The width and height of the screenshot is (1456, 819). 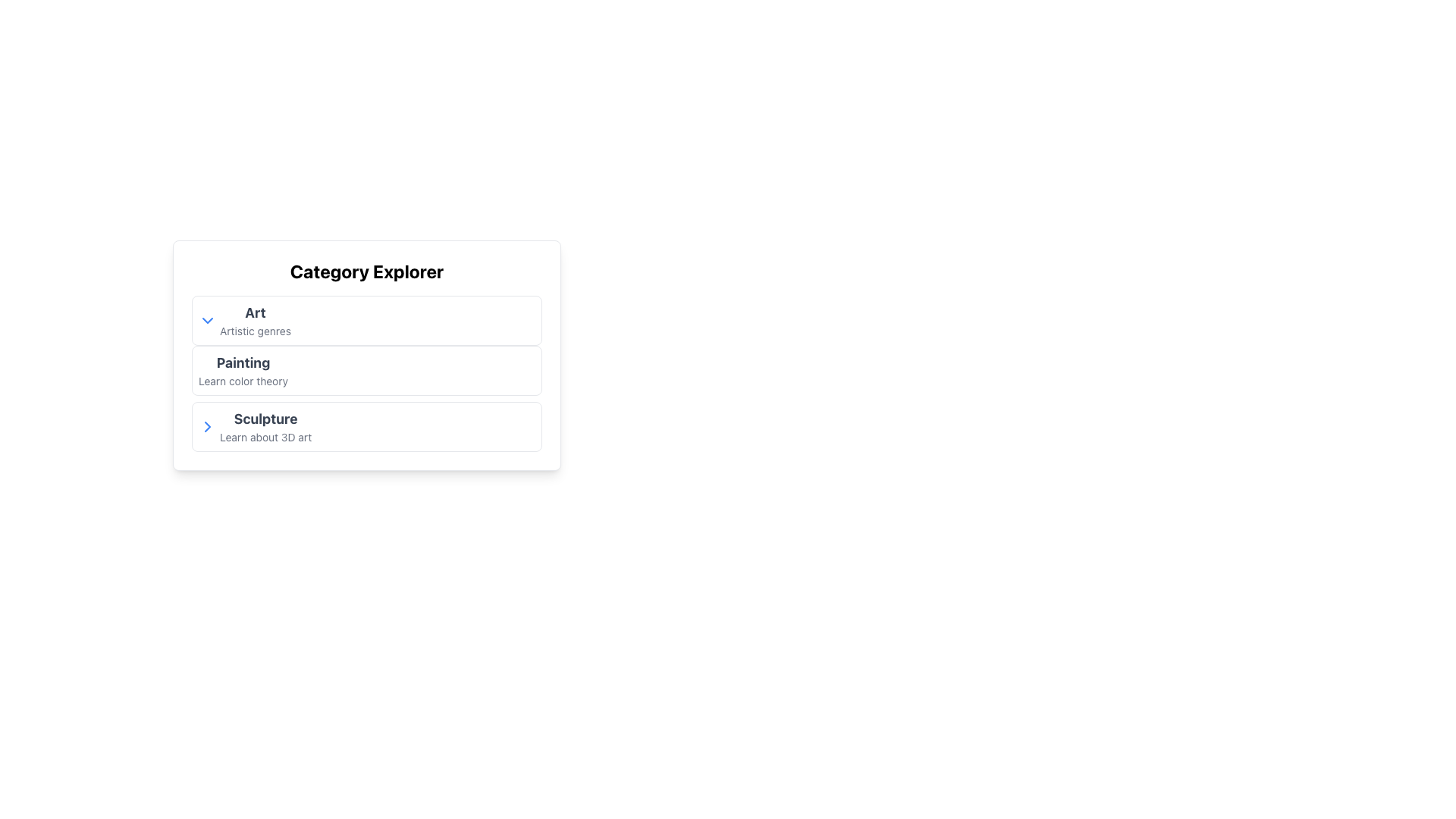 What do you see at coordinates (367, 374) in the screenshot?
I see `the educational topic section labeled 'Painting' with the subtitle 'Learn color theory' located within the 'Category Explorer' card component, which is the second section under 'Art'` at bounding box center [367, 374].